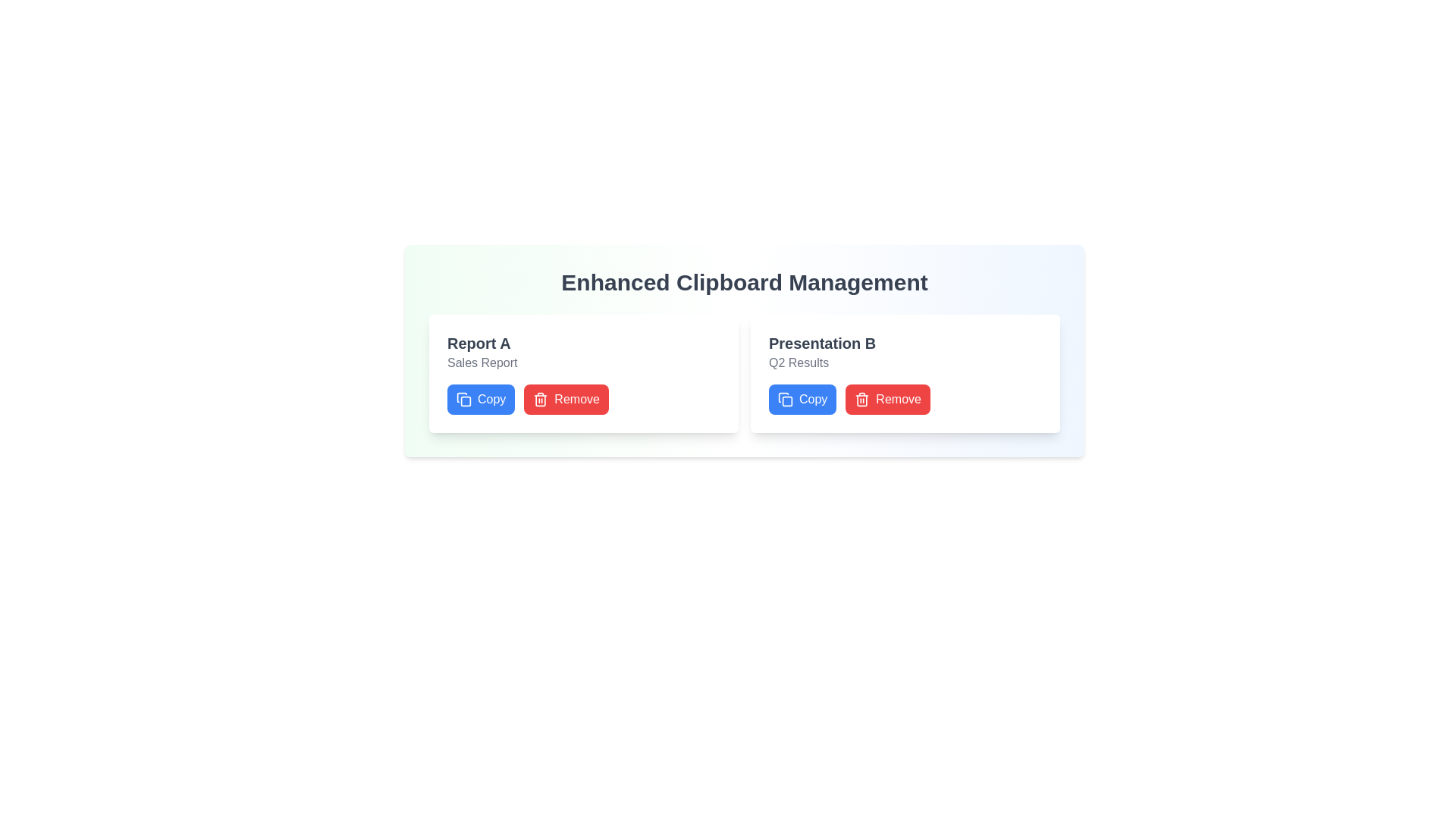  Describe the element at coordinates (862, 399) in the screenshot. I see `the trash can icon with a red background located within the 'Remove' button of the second card (Presentation B) in the interface` at that location.